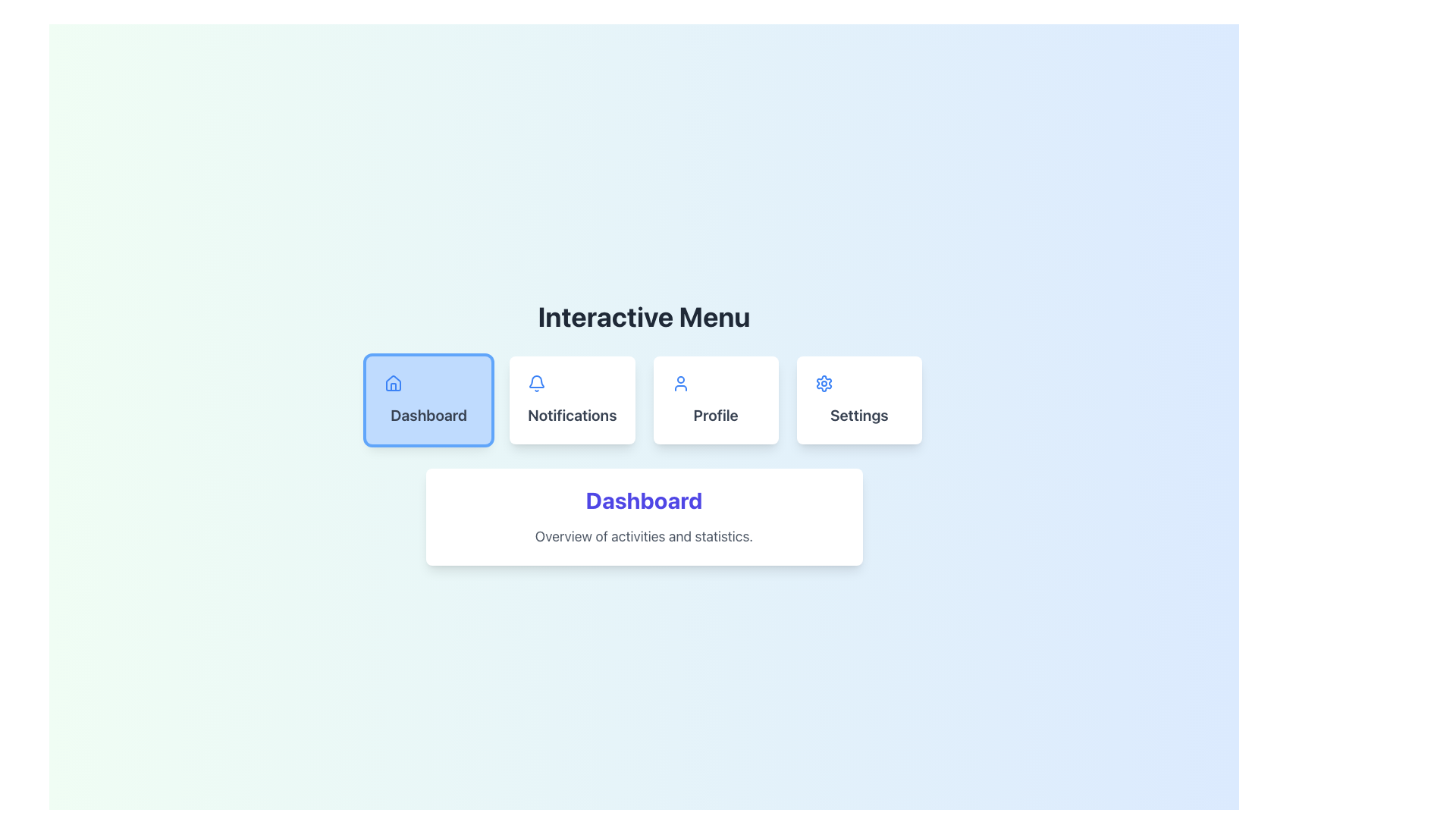 The image size is (1456, 819). Describe the element at coordinates (571, 400) in the screenshot. I see `the 'Notifications' clickable card located in the second column of the grid layout, positioned between the 'Dashboard' and 'Profile' cards` at that location.